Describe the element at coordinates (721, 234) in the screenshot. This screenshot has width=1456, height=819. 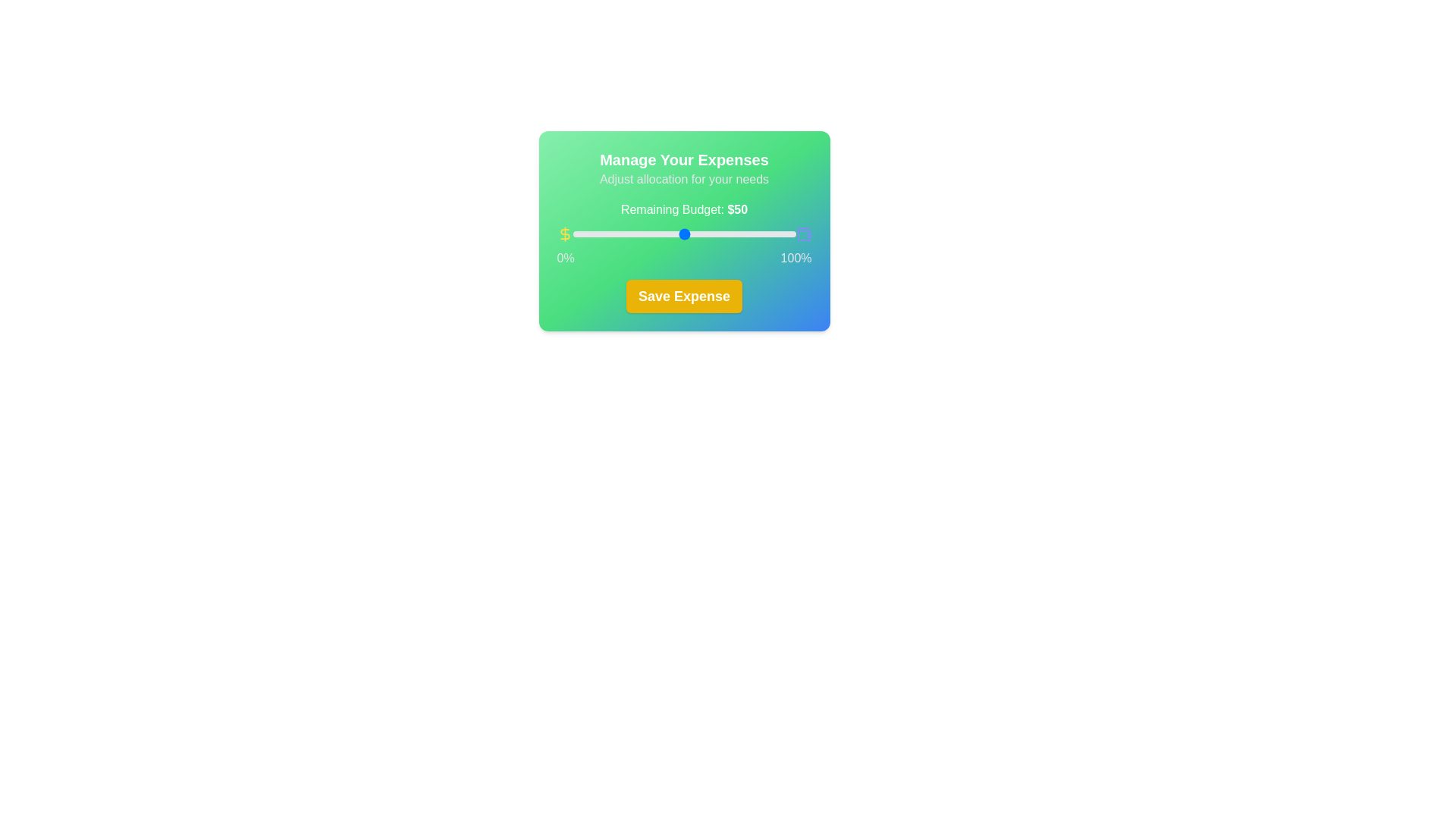
I see `the slider to set the budget allocation to 67%` at that location.